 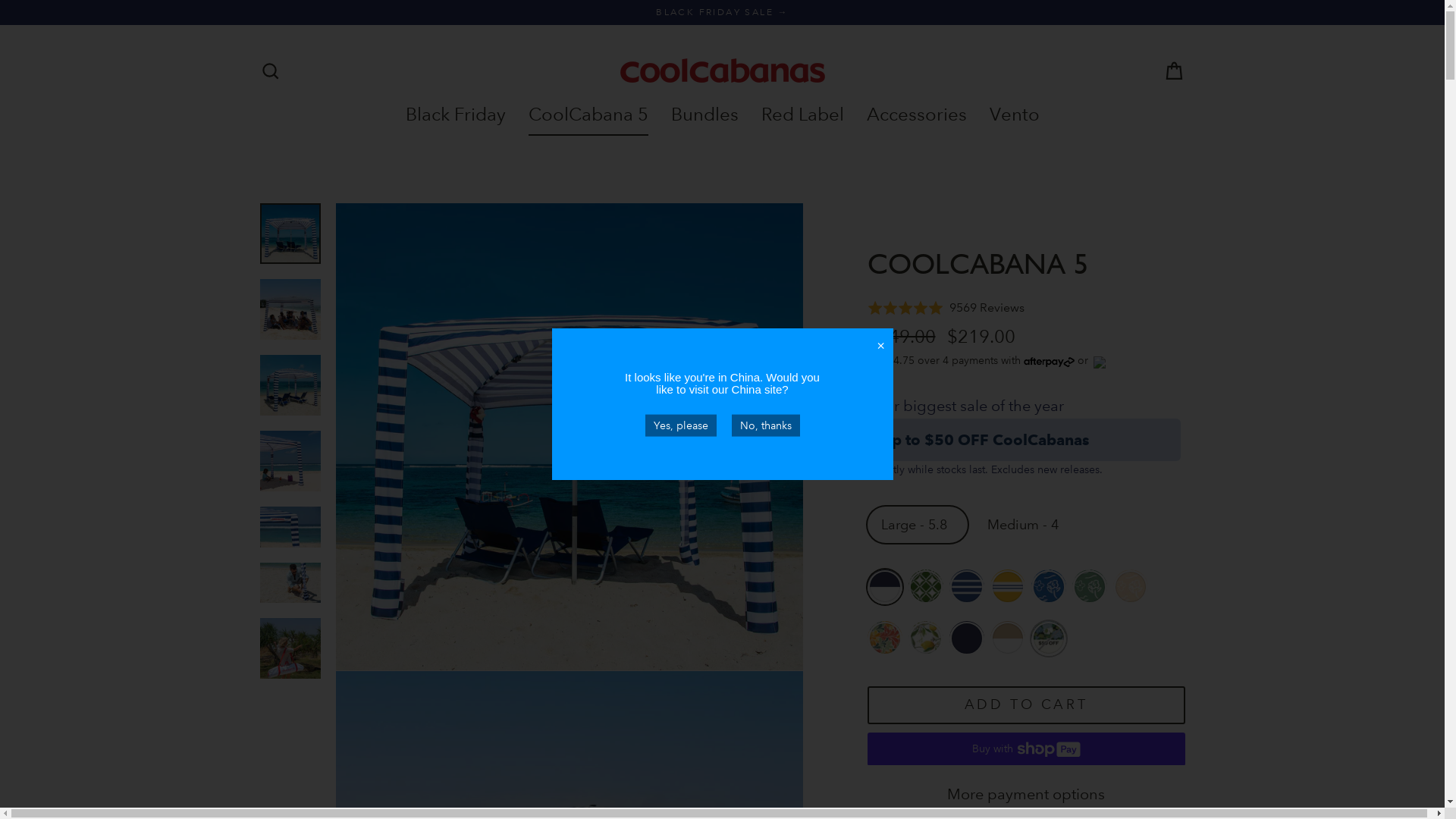 I want to click on 'Red Label', so click(x=801, y=113).